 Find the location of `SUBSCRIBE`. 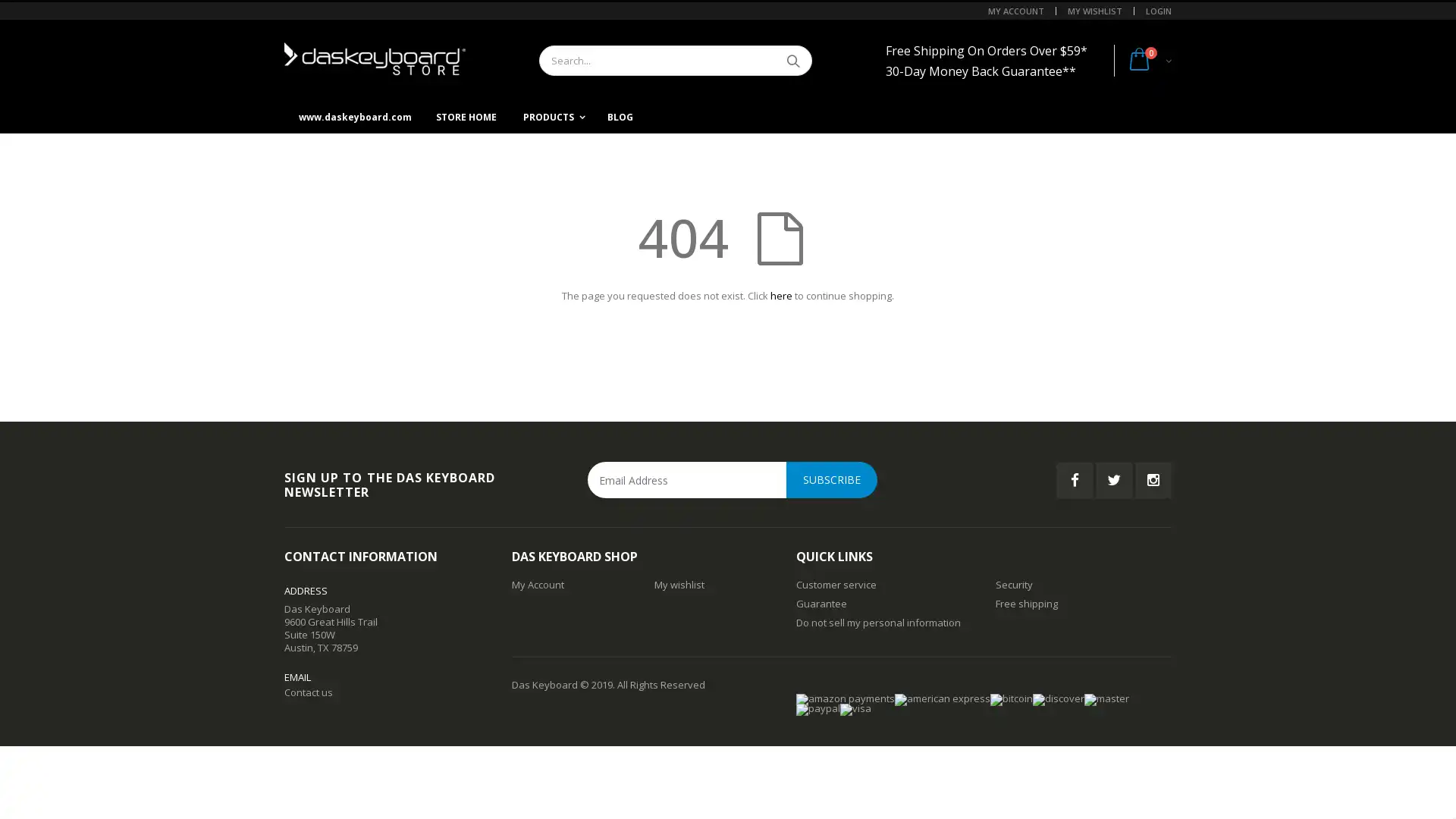

SUBSCRIBE is located at coordinates (831, 479).